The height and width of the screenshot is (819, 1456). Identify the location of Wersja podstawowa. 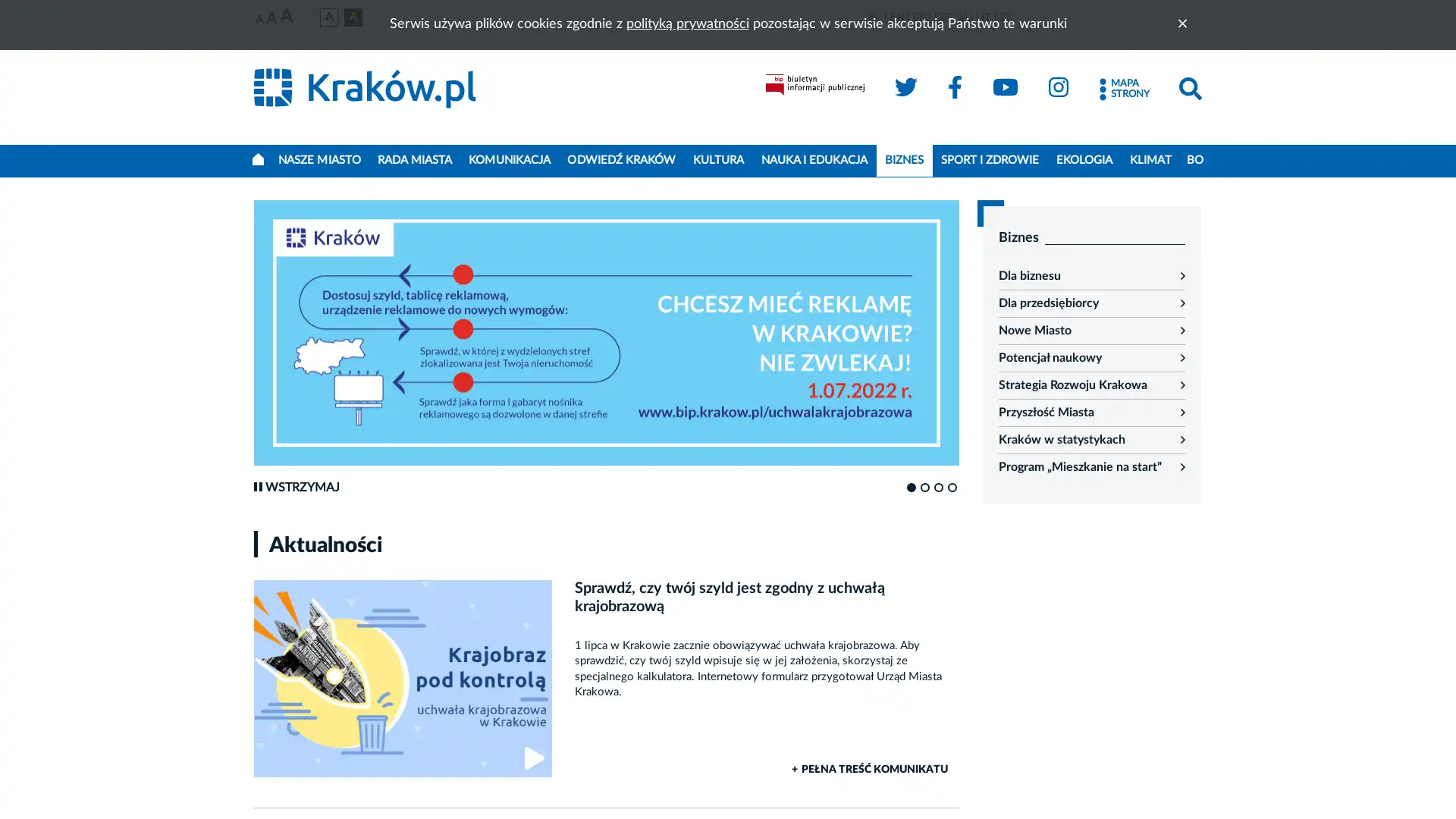
(328, 17).